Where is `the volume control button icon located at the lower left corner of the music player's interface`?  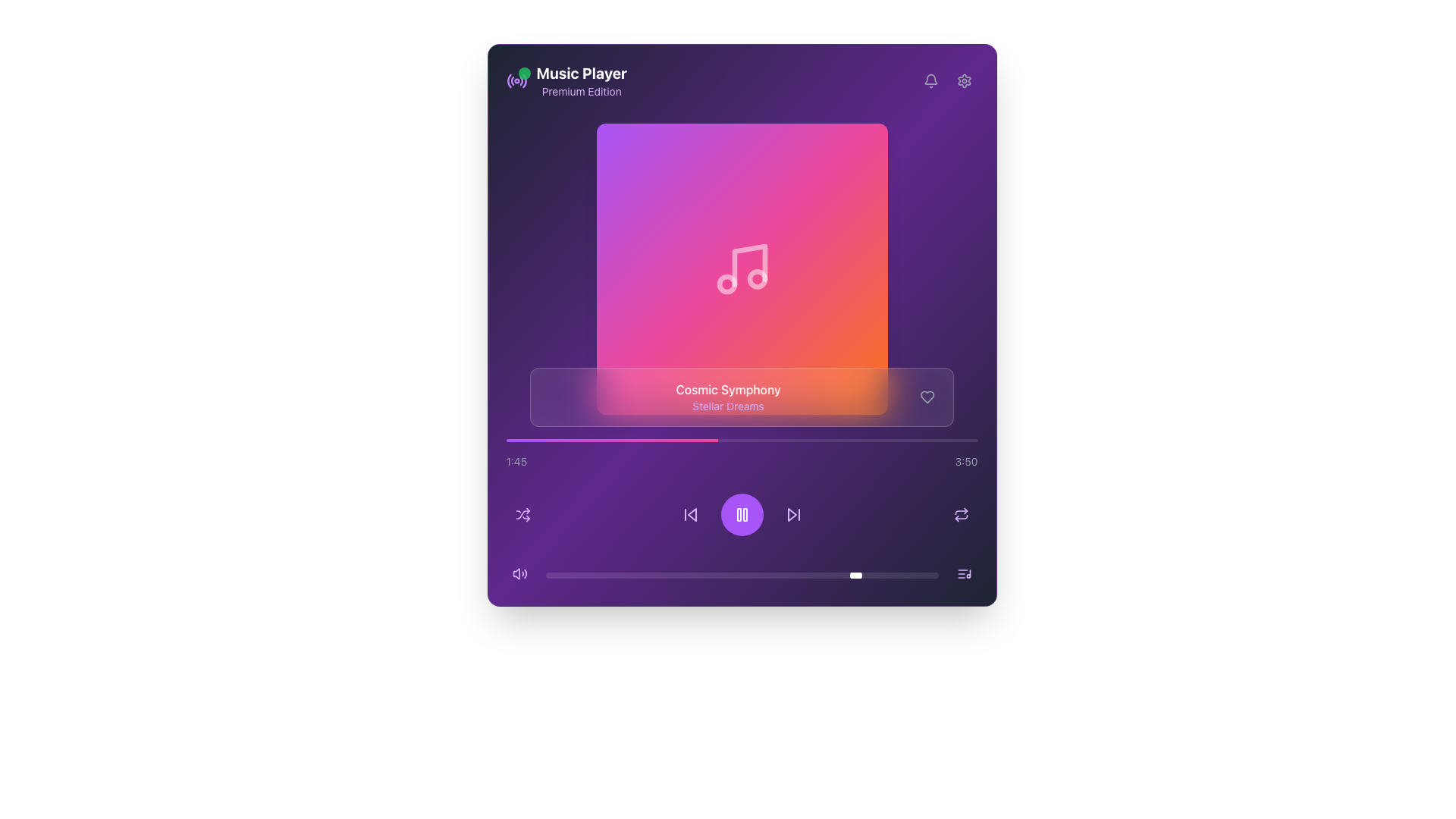 the volume control button icon located at the lower left corner of the music player's interface is located at coordinates (519, 573).